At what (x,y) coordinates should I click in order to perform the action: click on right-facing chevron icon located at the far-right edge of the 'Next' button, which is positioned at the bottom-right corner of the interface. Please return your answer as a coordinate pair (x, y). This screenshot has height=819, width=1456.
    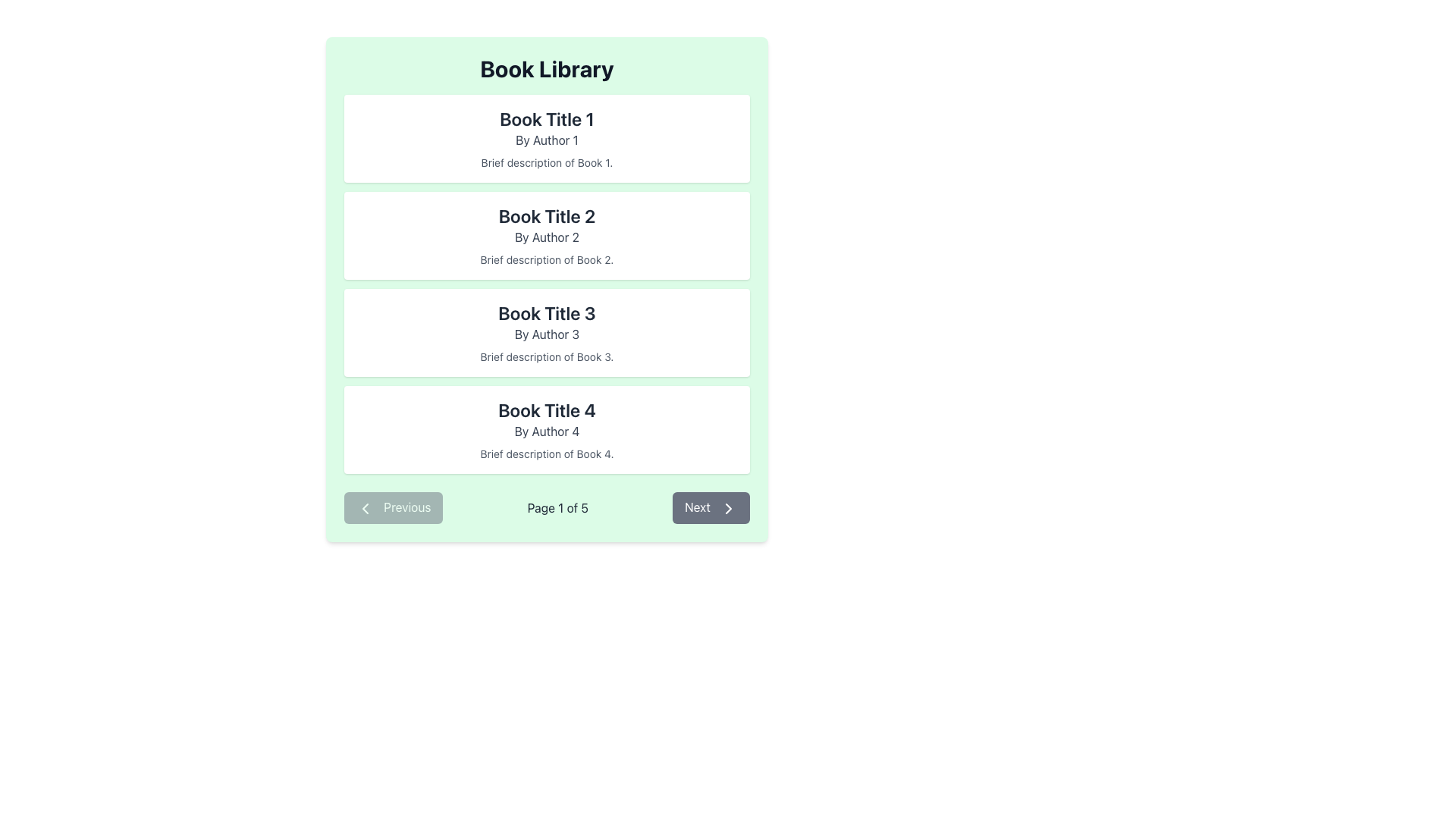
    Looking at the image, I should click on (728, 508).